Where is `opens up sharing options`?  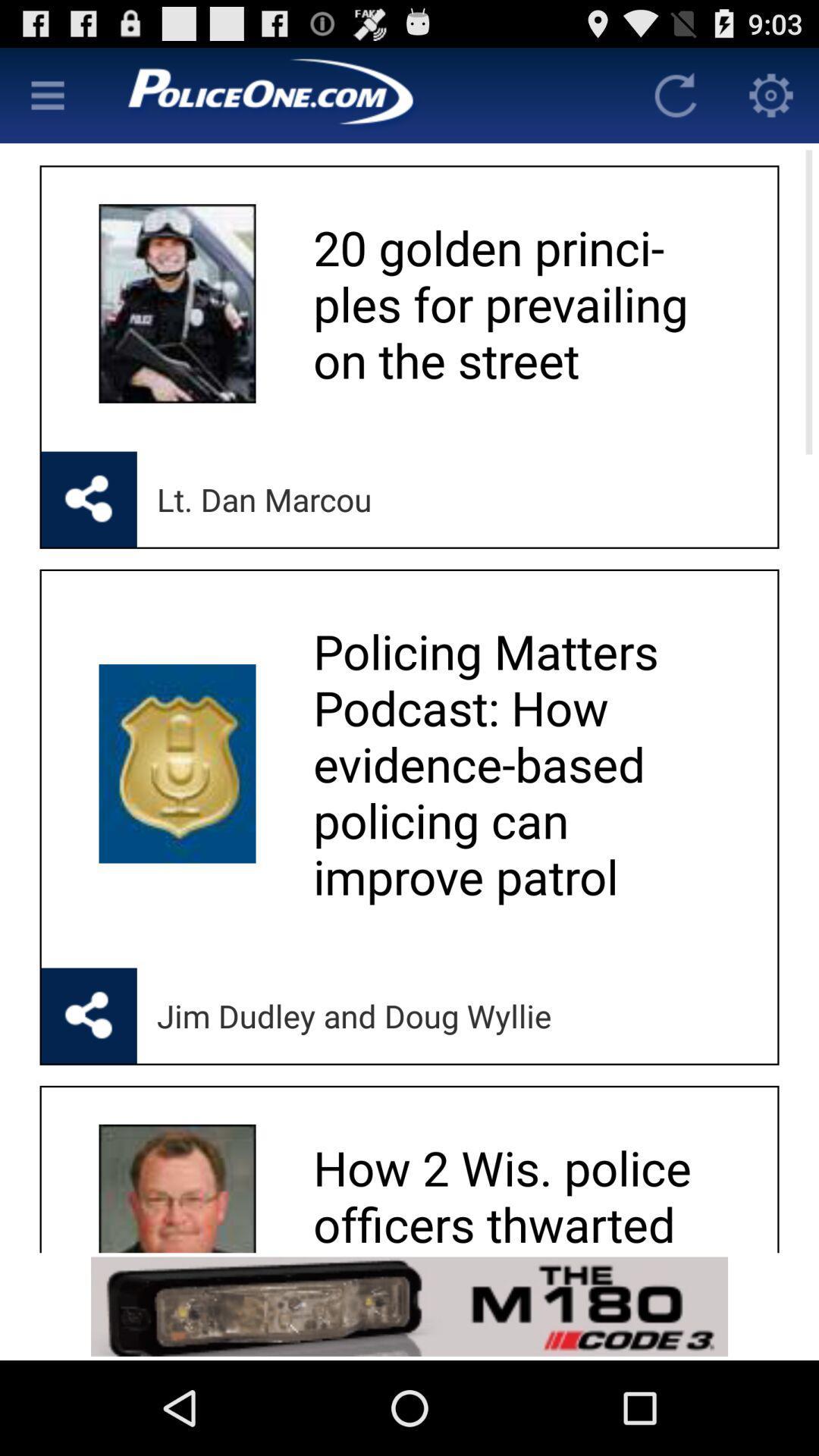
opens up sharing options is located at coordinates (89, 499).